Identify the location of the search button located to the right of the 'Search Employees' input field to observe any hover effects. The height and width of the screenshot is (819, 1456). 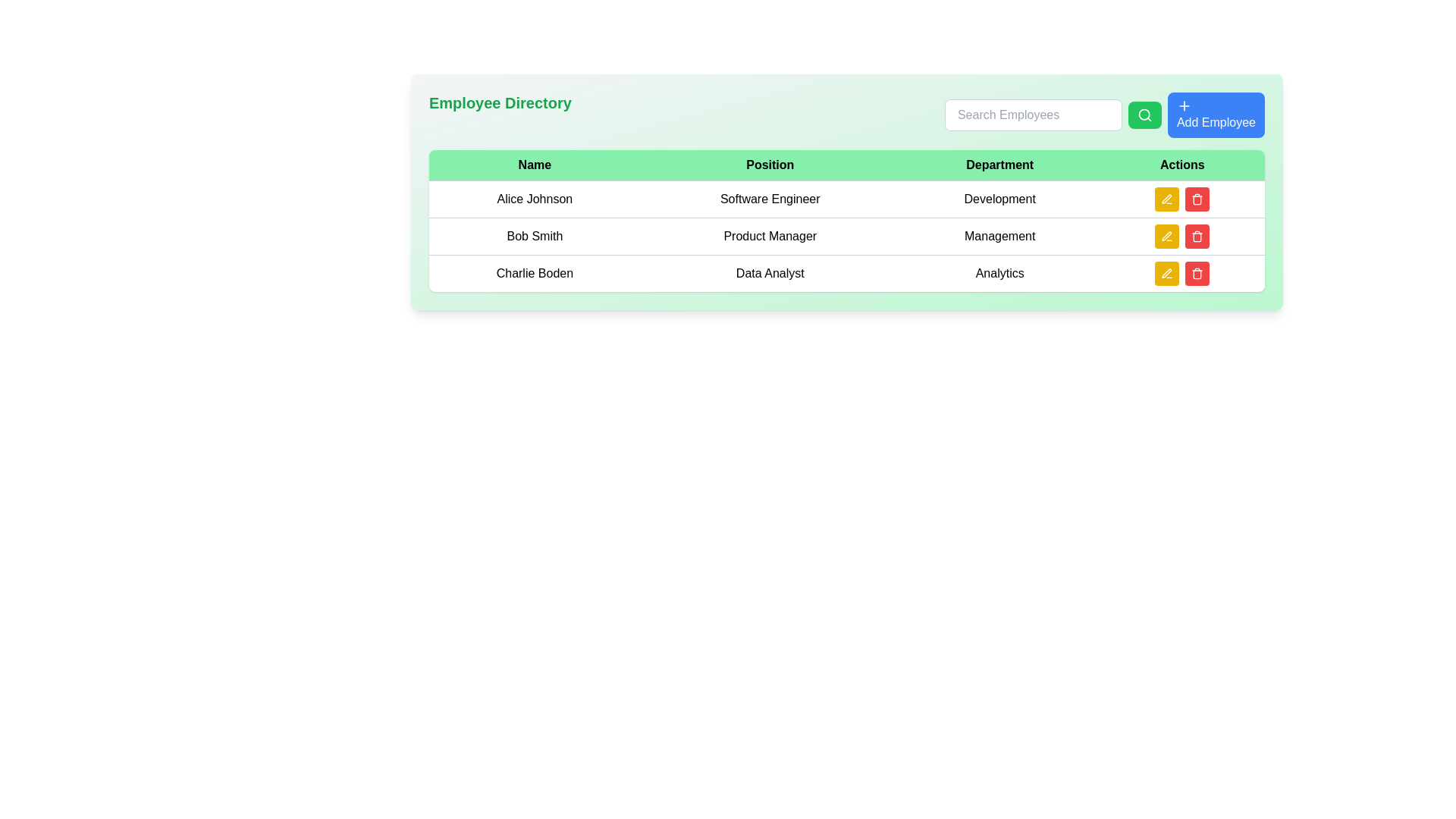
(1144, 114).